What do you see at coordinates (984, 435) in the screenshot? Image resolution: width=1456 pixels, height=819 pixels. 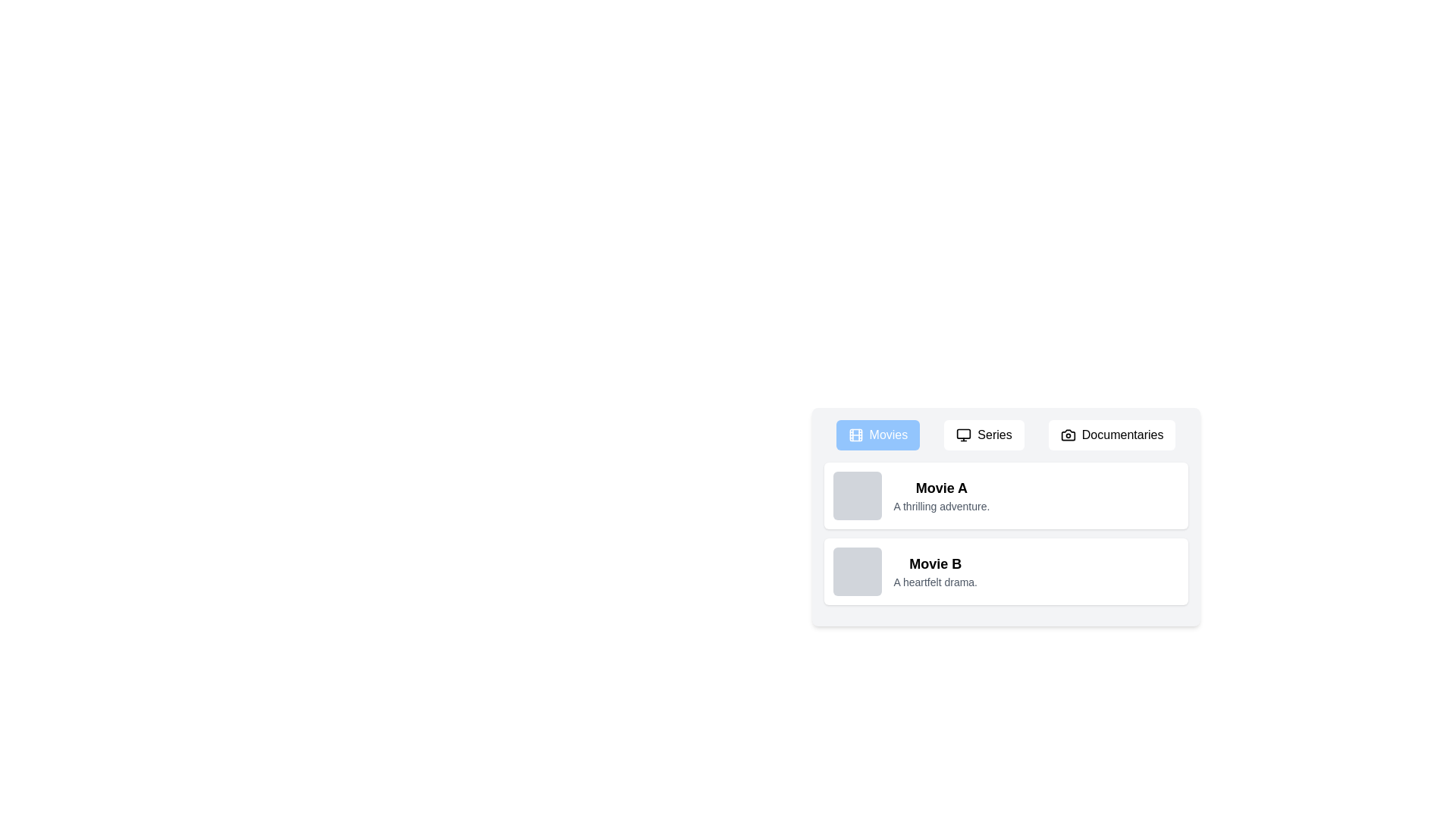 I see `the Series tab by clicking its button` at bounding box center [984, 435].